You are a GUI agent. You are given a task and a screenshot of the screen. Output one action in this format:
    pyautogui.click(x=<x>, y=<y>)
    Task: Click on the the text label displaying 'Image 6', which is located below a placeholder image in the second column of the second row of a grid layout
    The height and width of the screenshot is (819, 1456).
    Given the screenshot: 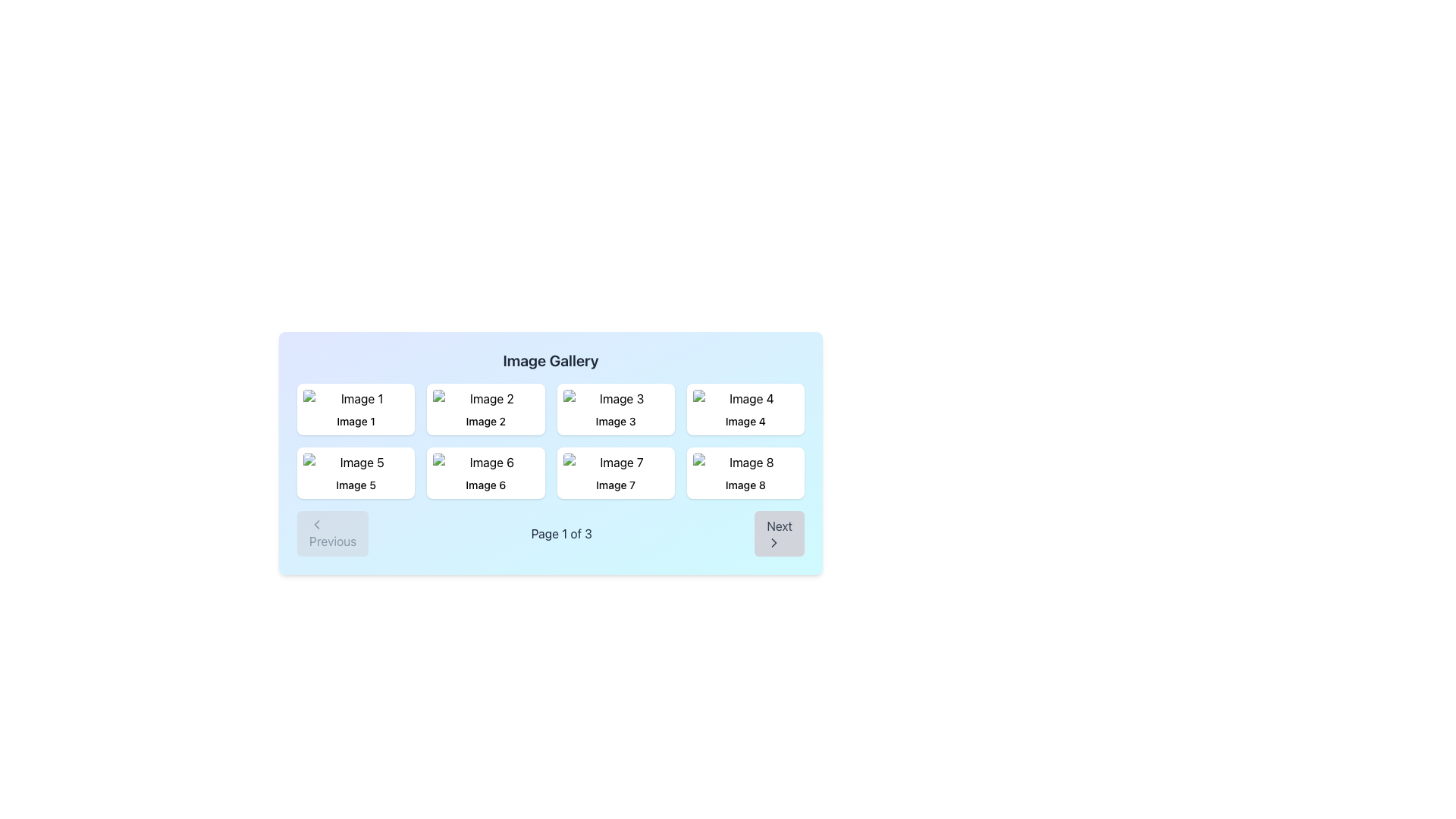 What is the action you would take?
    pyautogui.click(x=485, y=485)
    